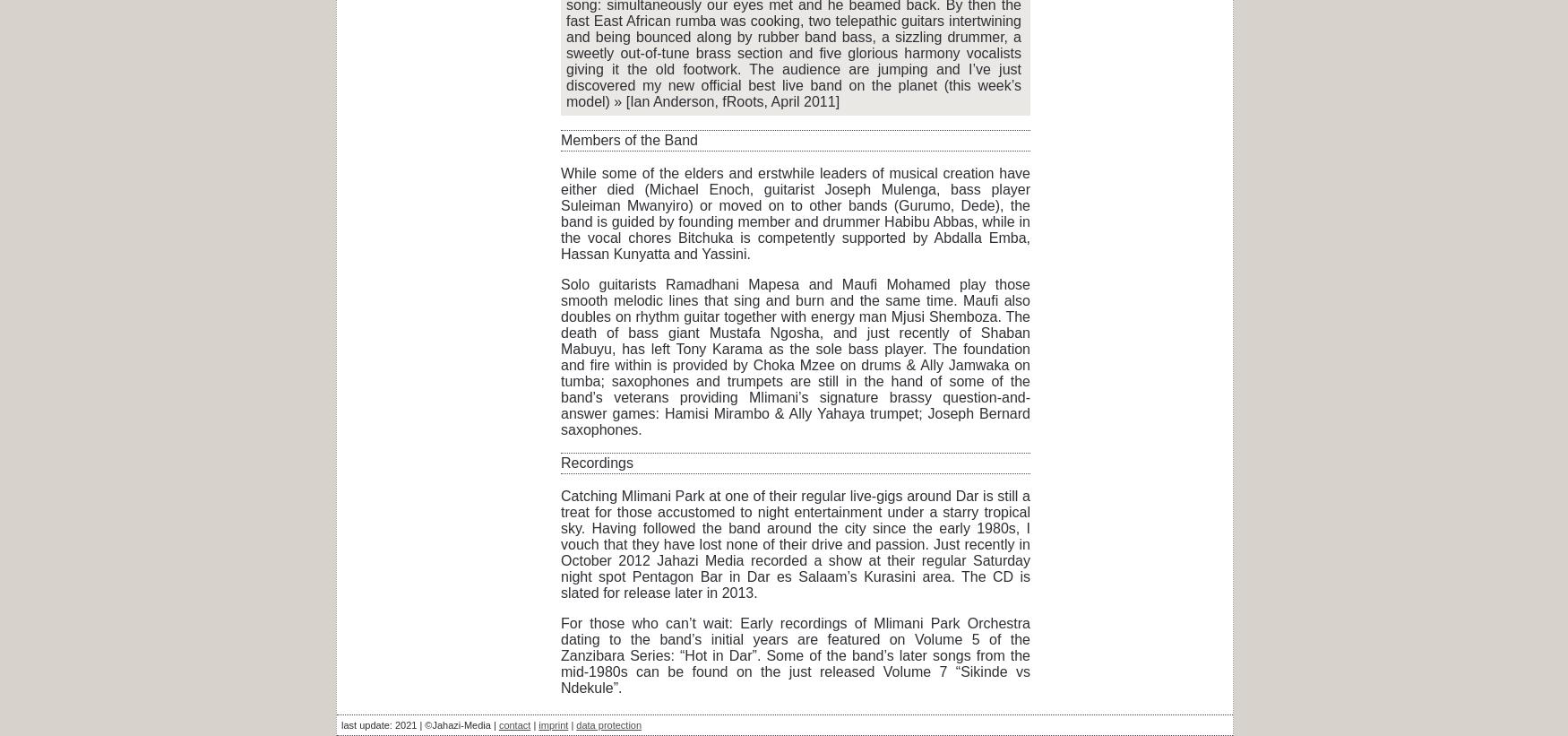 The width and height of the screenshot is (1568, 736). What do you see at coordinates (560, 140) in the screenshot?
I see `'Members of the Band'` at bounding box center [560, 140].